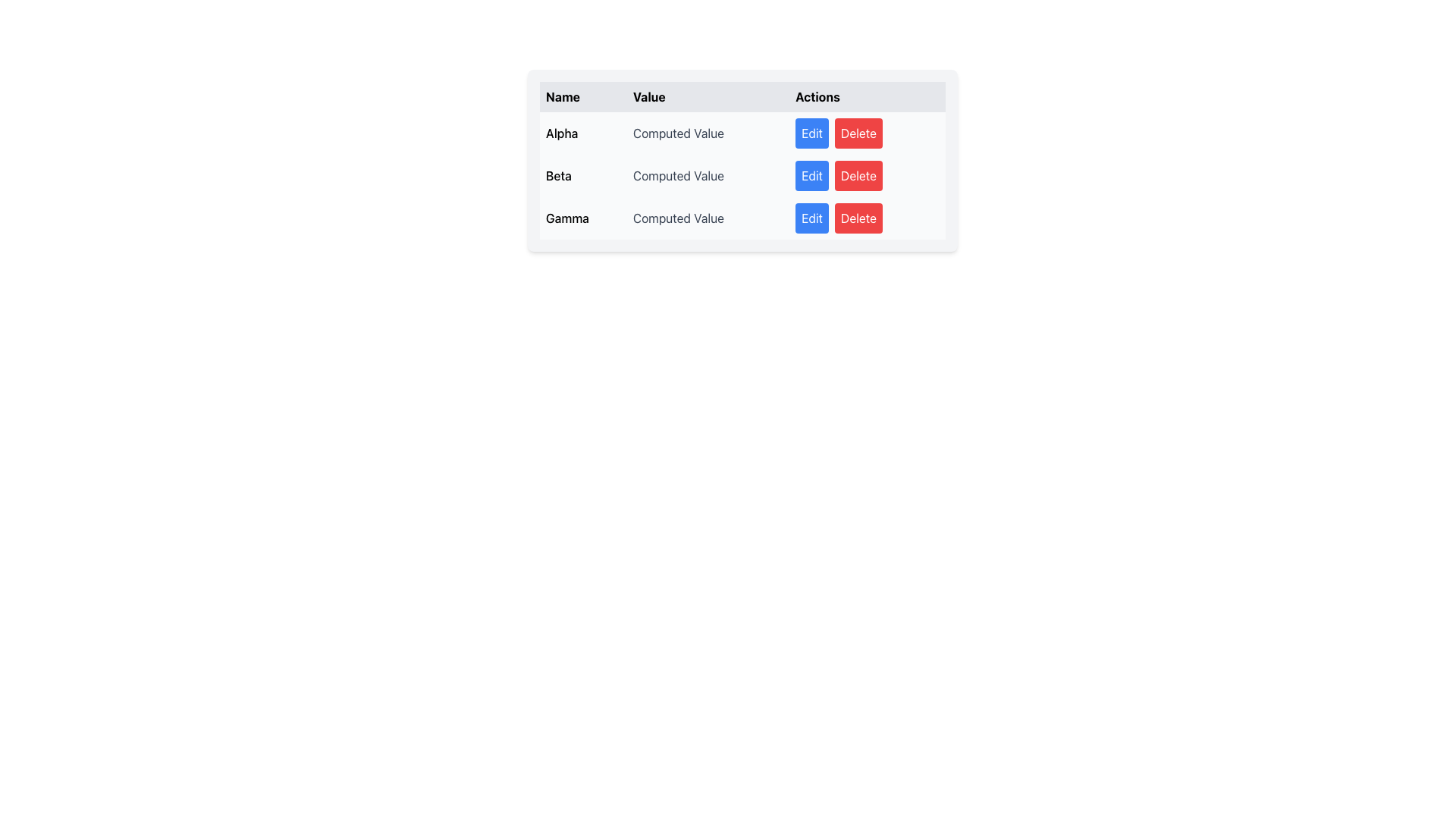 The height and width of the screenshot is (819, 1456). I want to click on the 'Computed Value' text display located in the second column under the 'Value' header in the row labeled 'Gamma' of the table, so click(708, 218).